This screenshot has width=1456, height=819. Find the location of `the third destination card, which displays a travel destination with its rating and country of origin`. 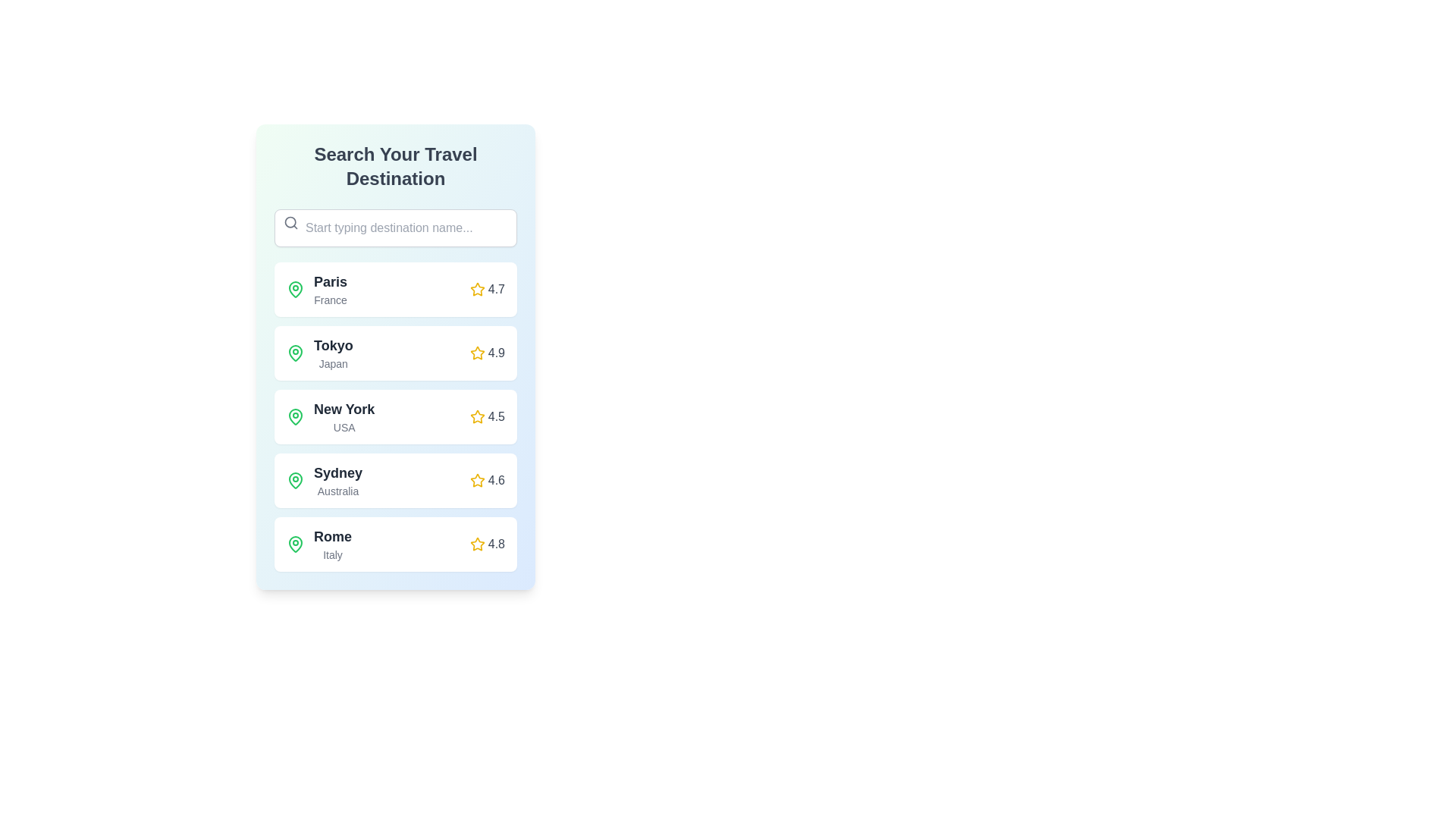

the third destination card, which displays a travel destination with its rating and country of origin is located at coordinates (396, 417).